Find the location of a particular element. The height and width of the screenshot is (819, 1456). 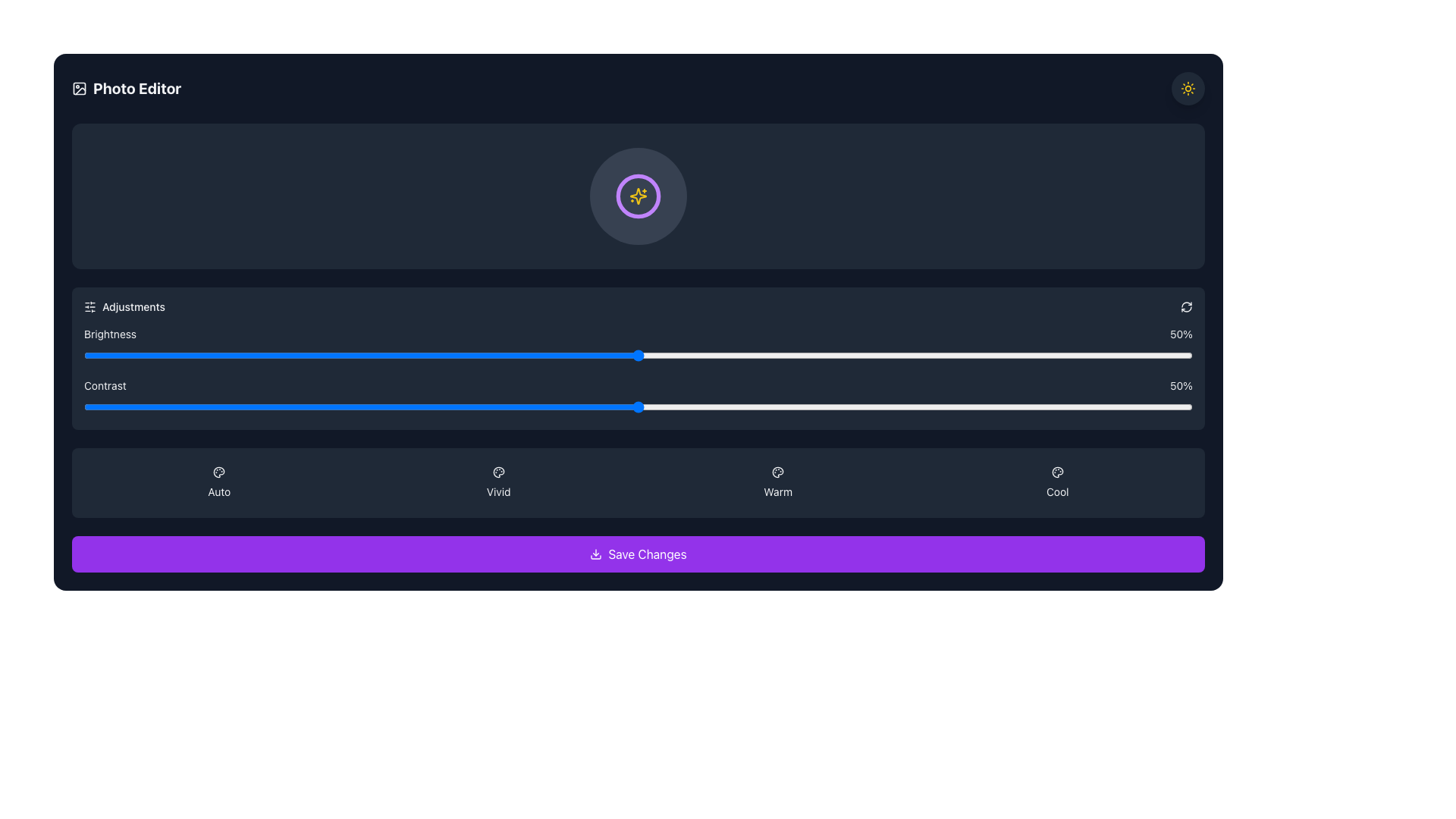

the icon within the 'Auto' button located in the leftmost slot of the horizontal options under the 'Adjustments' section is located at coordinates (218, 472).